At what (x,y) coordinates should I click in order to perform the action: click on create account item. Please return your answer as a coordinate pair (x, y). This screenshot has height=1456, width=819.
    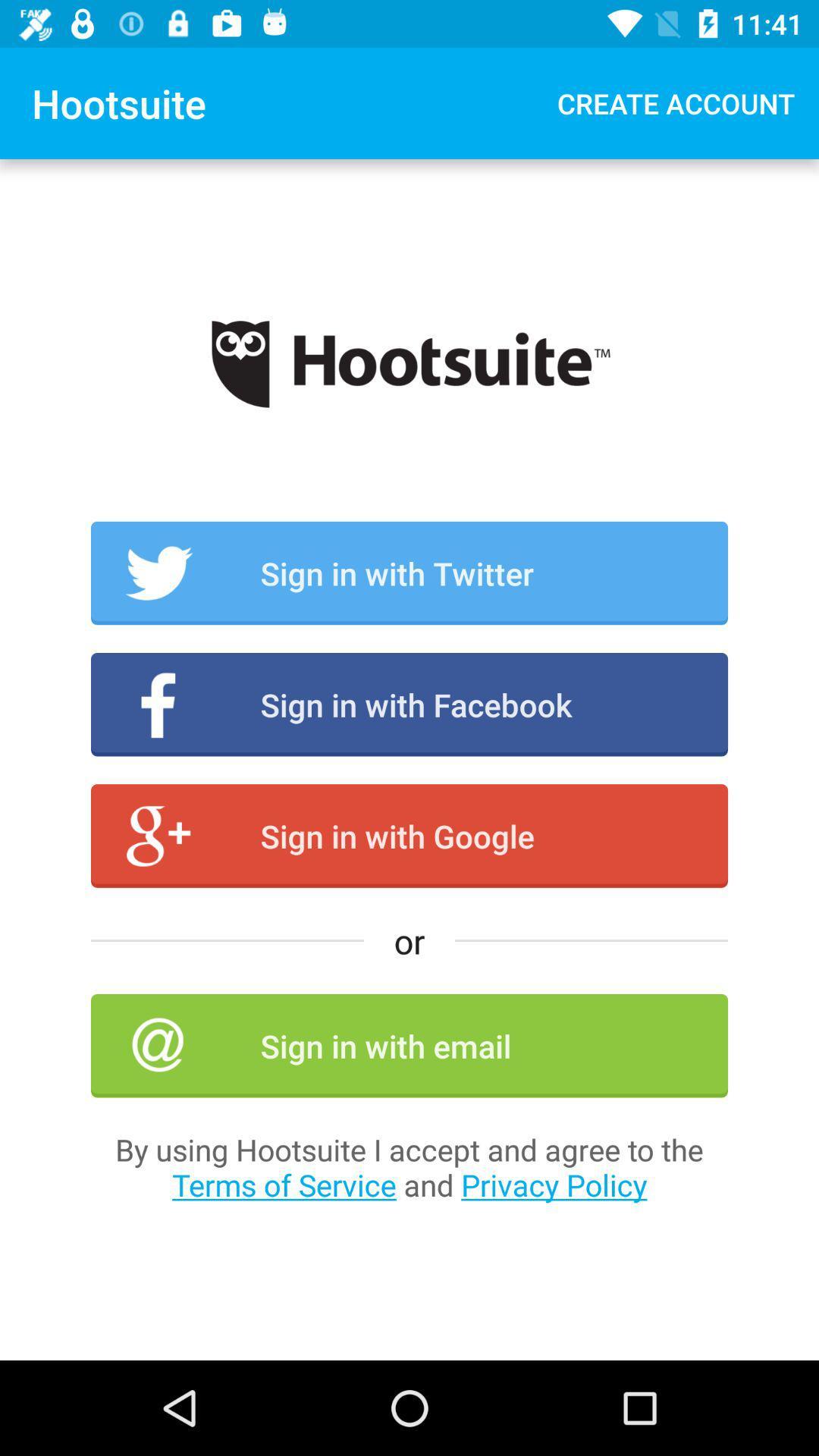
    Looking at the image, I should click on (675, 102).